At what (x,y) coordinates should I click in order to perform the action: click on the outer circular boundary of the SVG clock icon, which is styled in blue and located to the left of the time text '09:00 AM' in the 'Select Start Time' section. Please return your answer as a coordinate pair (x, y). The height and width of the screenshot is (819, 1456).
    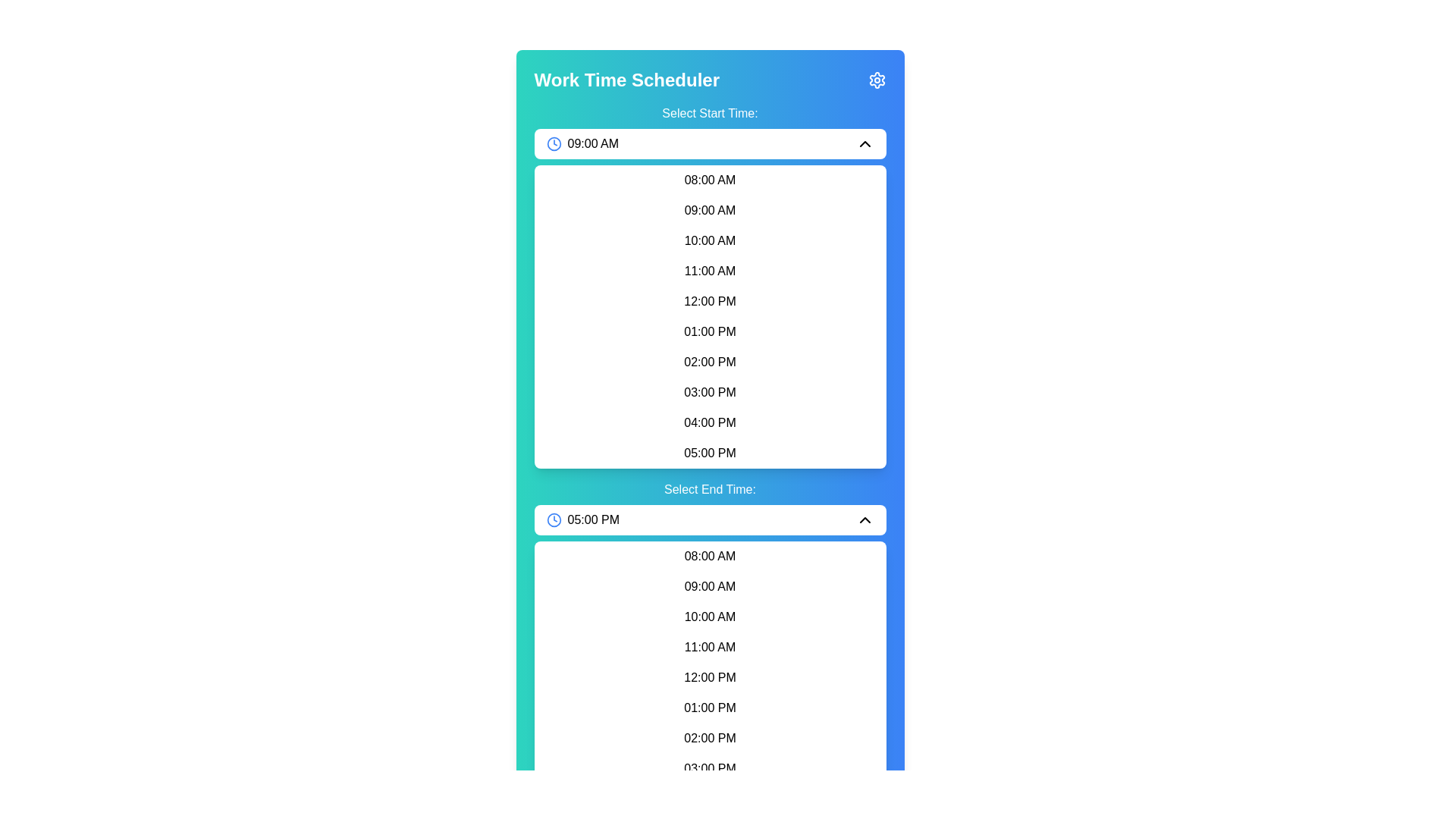
    Looking at the image, I should click on (553, 143).